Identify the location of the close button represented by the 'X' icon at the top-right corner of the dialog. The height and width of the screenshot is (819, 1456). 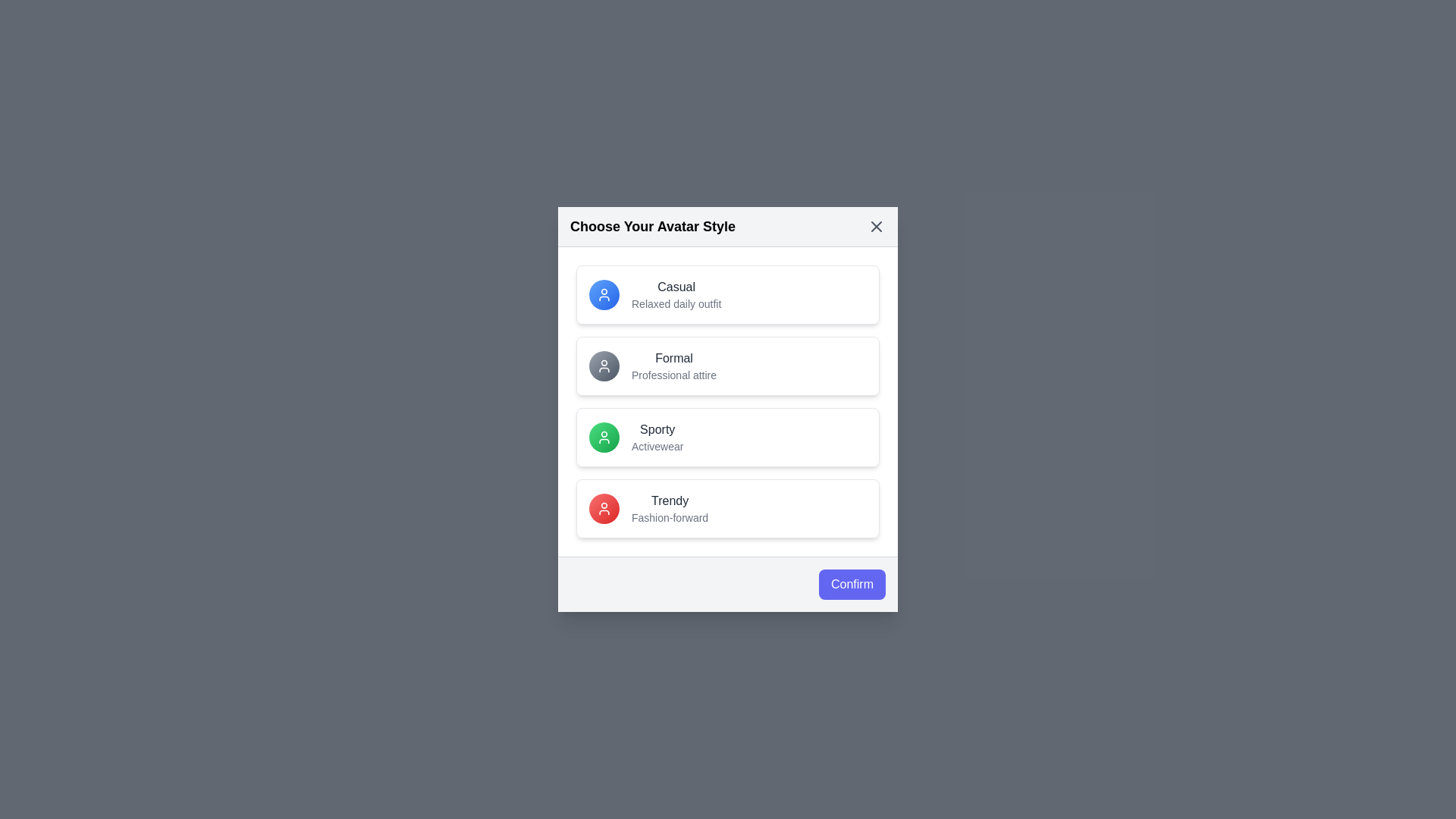
(877, 227).